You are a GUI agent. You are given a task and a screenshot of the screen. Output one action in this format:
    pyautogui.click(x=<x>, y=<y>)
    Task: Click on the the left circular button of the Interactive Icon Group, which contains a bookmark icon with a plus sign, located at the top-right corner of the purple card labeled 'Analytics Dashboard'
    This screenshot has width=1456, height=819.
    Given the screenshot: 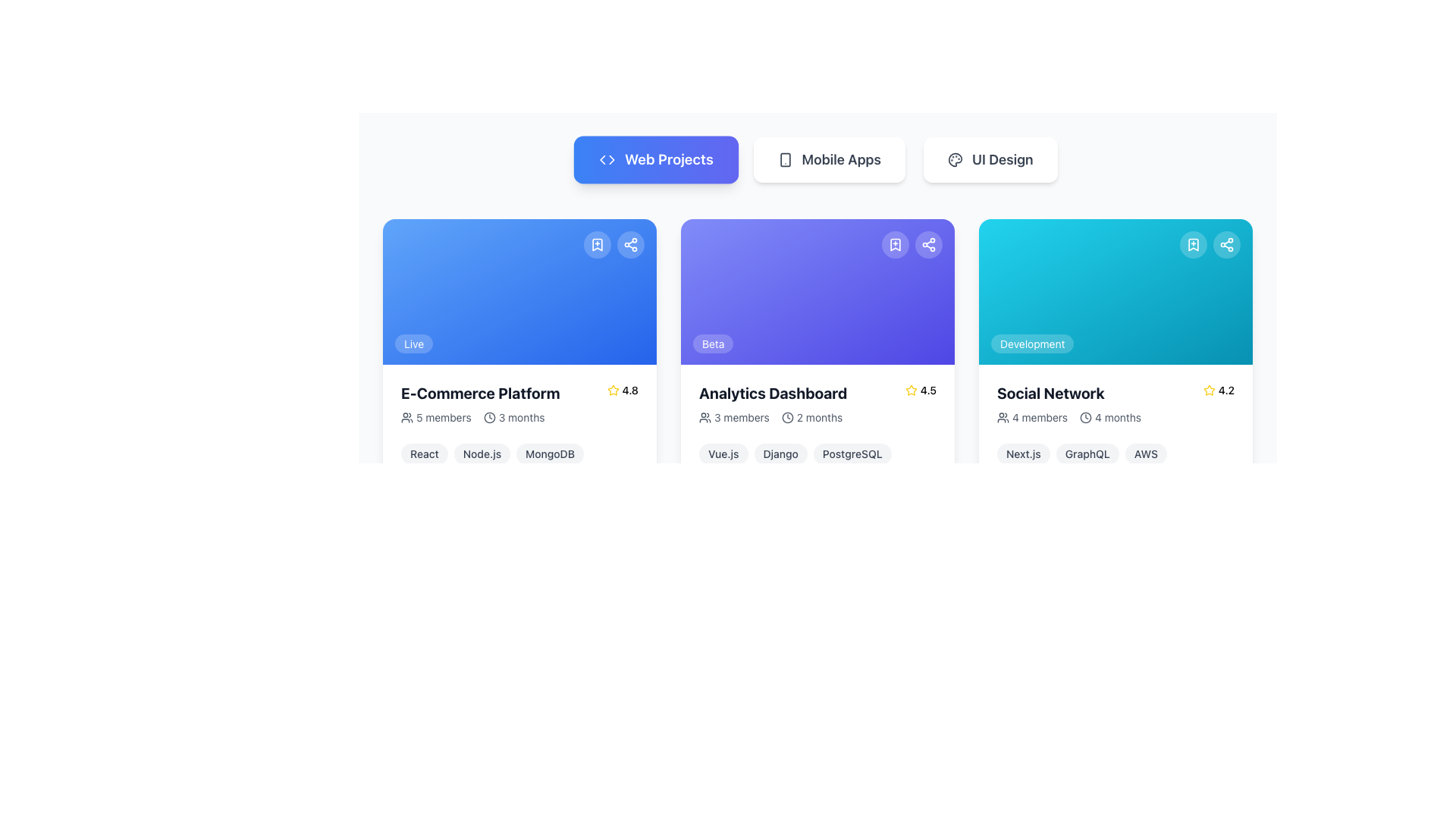 What is the action you would take?
    pyautogui.click(x=912, y=244)
    